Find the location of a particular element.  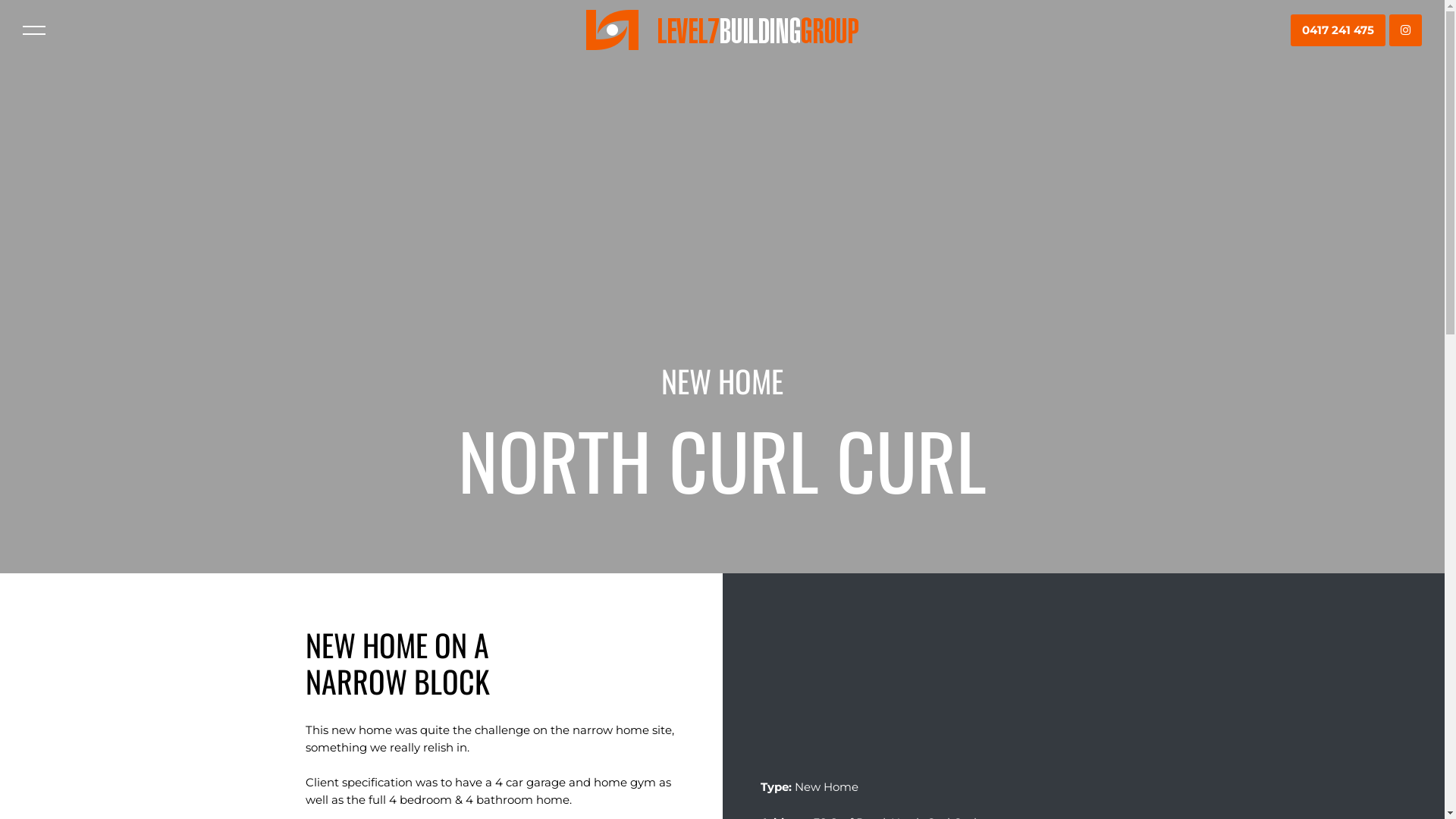

'0417 241 475' is located at coordinates (1338, 30).